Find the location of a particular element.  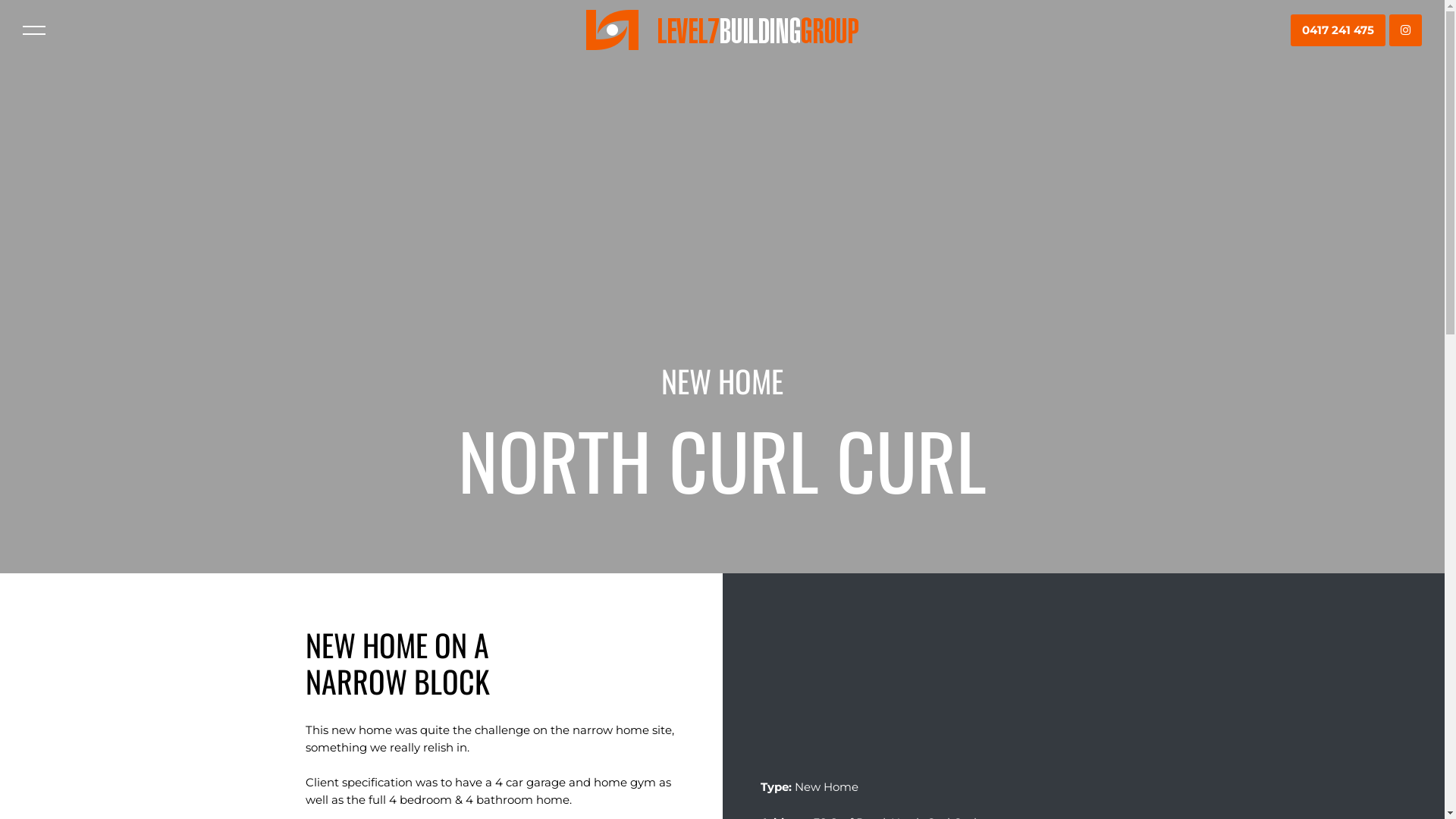

'0417 241 475' is located at coordinates (1338, 30).